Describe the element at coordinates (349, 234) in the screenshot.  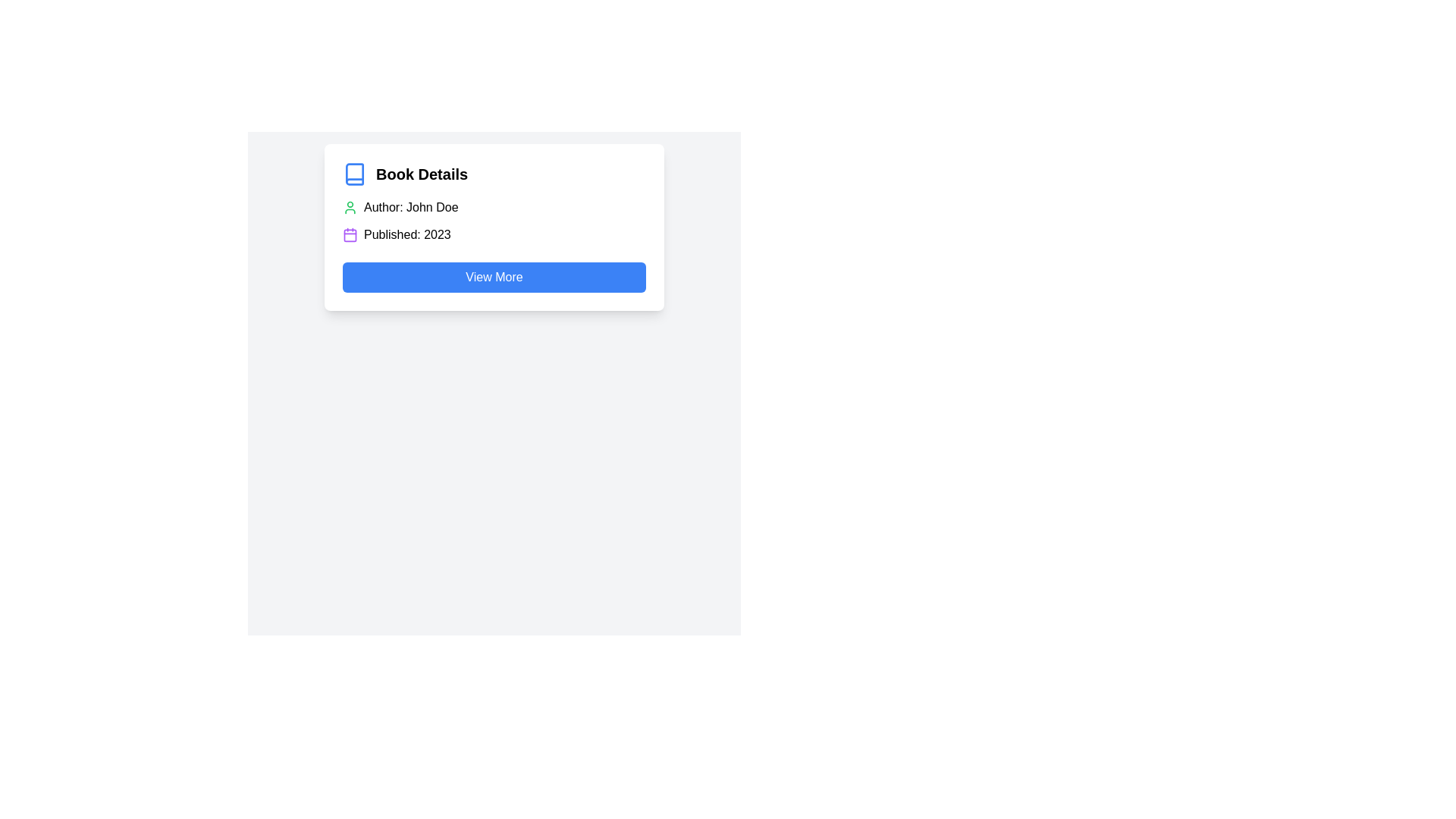
I see `the inner visual representation of the calendar icon next to the text 'Published: 2023' within the second row of details in the information box` at that location.